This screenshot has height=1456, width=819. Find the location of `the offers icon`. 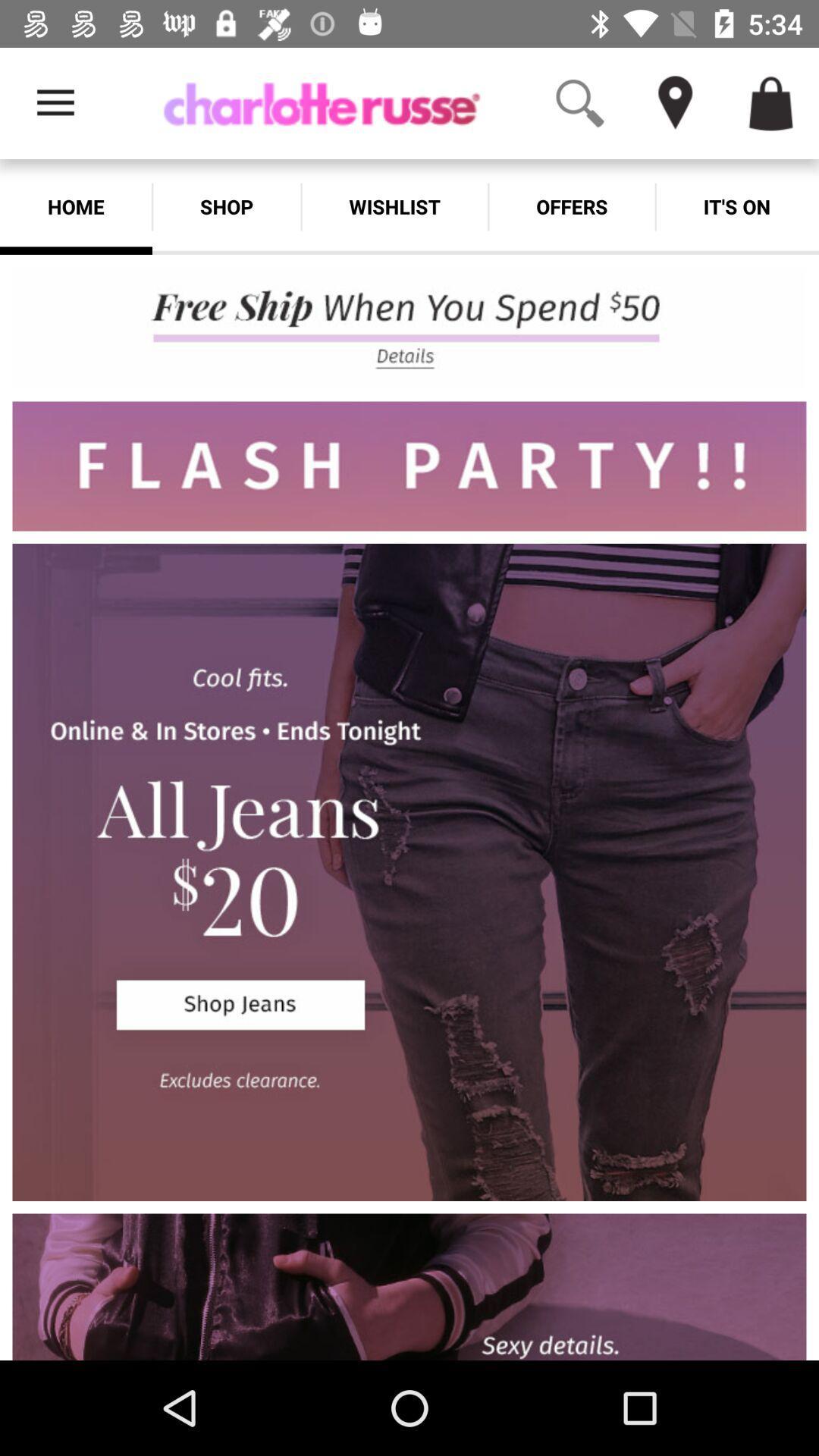

the offers icon is located at coordinates (572, 206).